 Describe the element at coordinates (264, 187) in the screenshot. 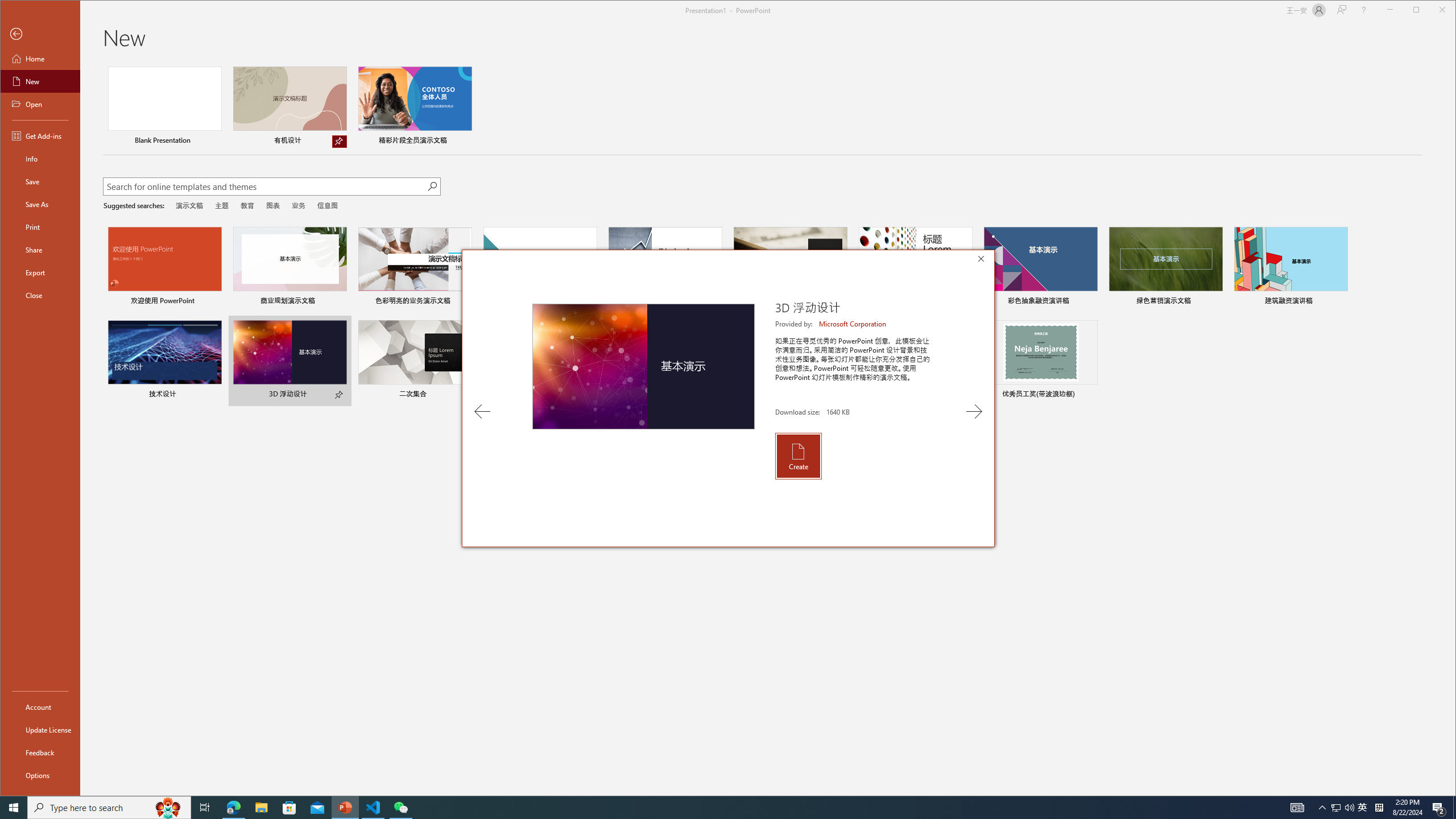

I see `'Search for online templates and themes'` at that location.